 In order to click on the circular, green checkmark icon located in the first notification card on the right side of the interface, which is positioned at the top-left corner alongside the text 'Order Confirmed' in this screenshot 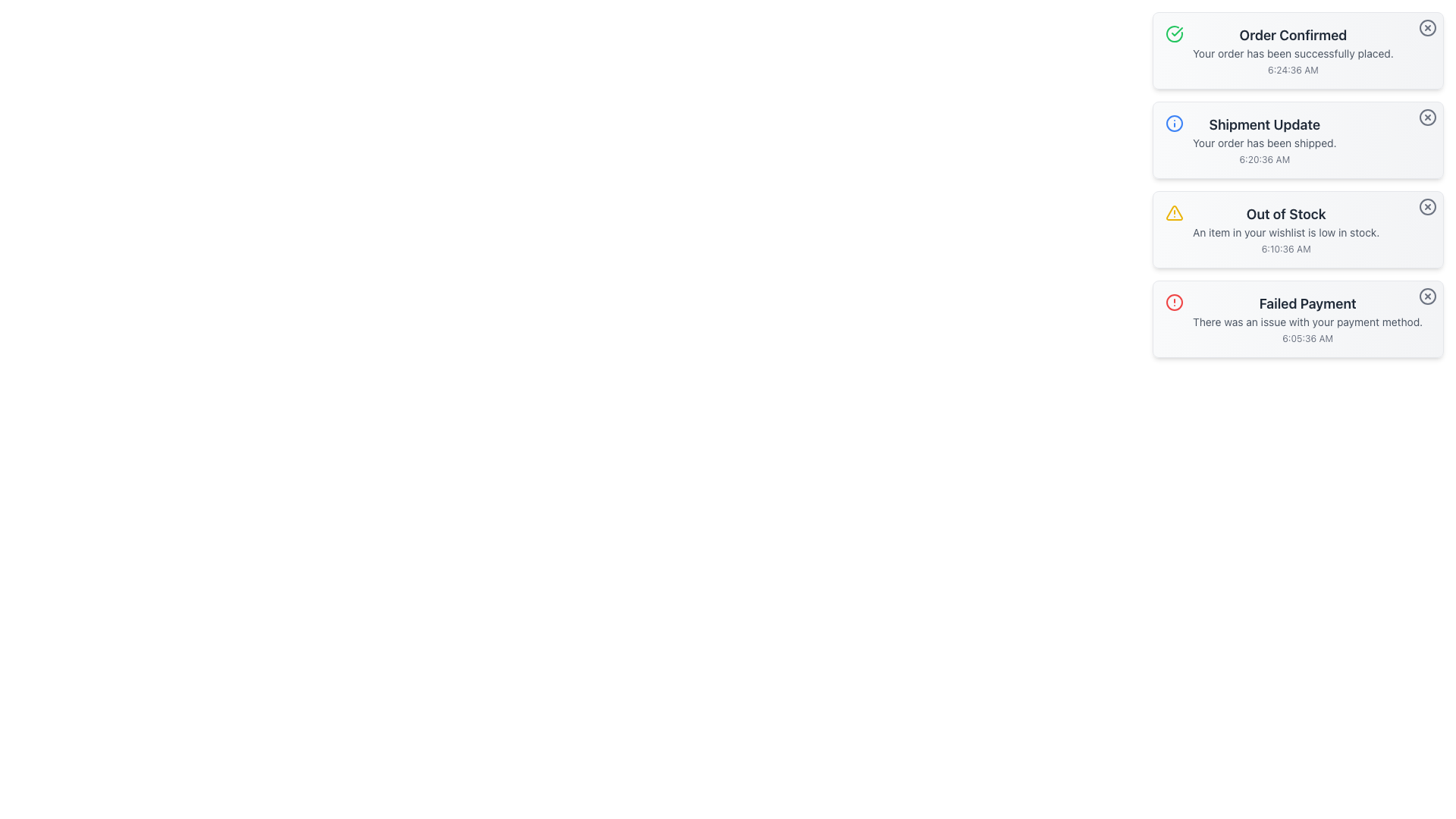, I will do `click(1174, 34)`.